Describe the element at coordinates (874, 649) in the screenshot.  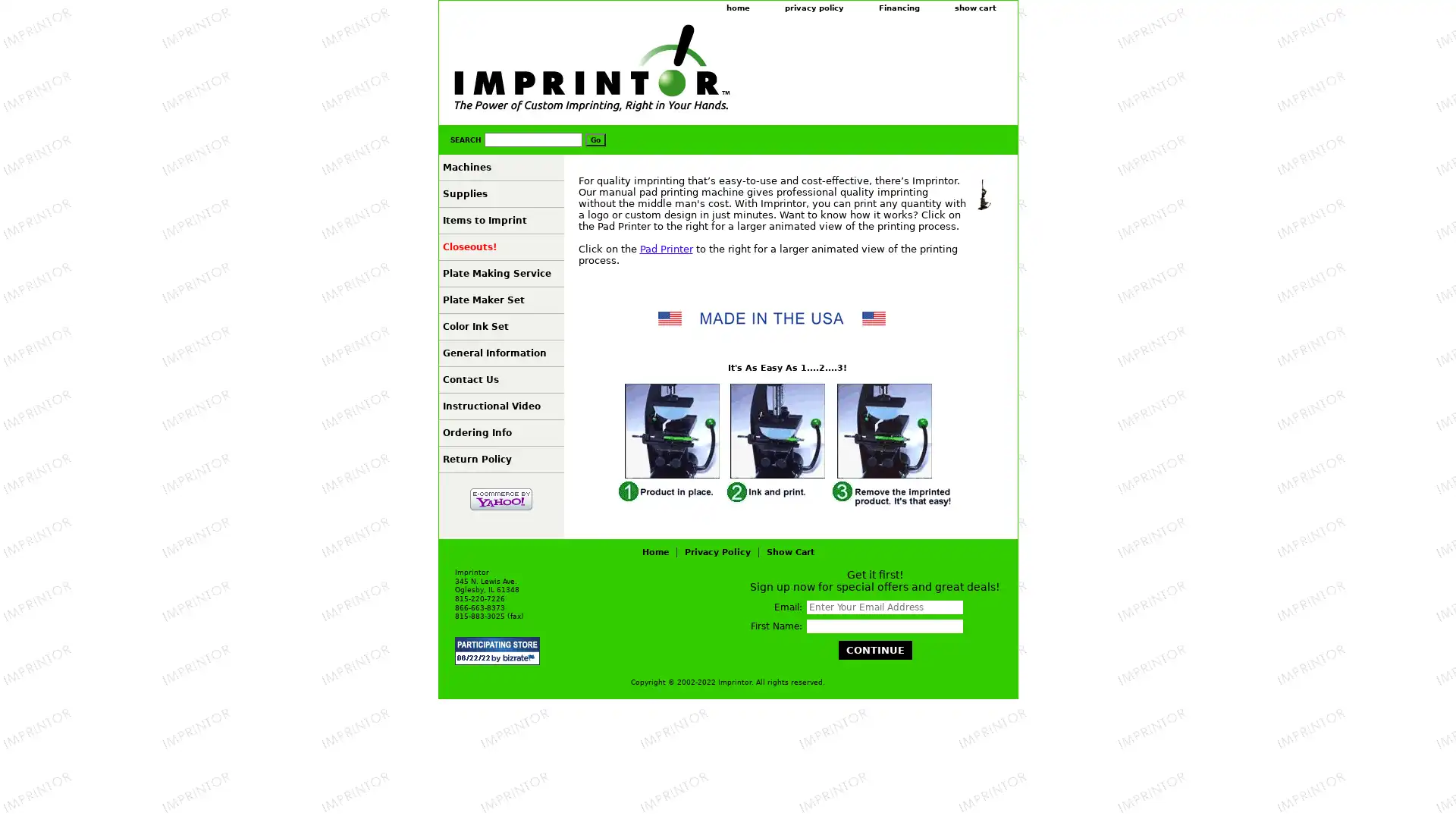
I see `Continue` at that location.